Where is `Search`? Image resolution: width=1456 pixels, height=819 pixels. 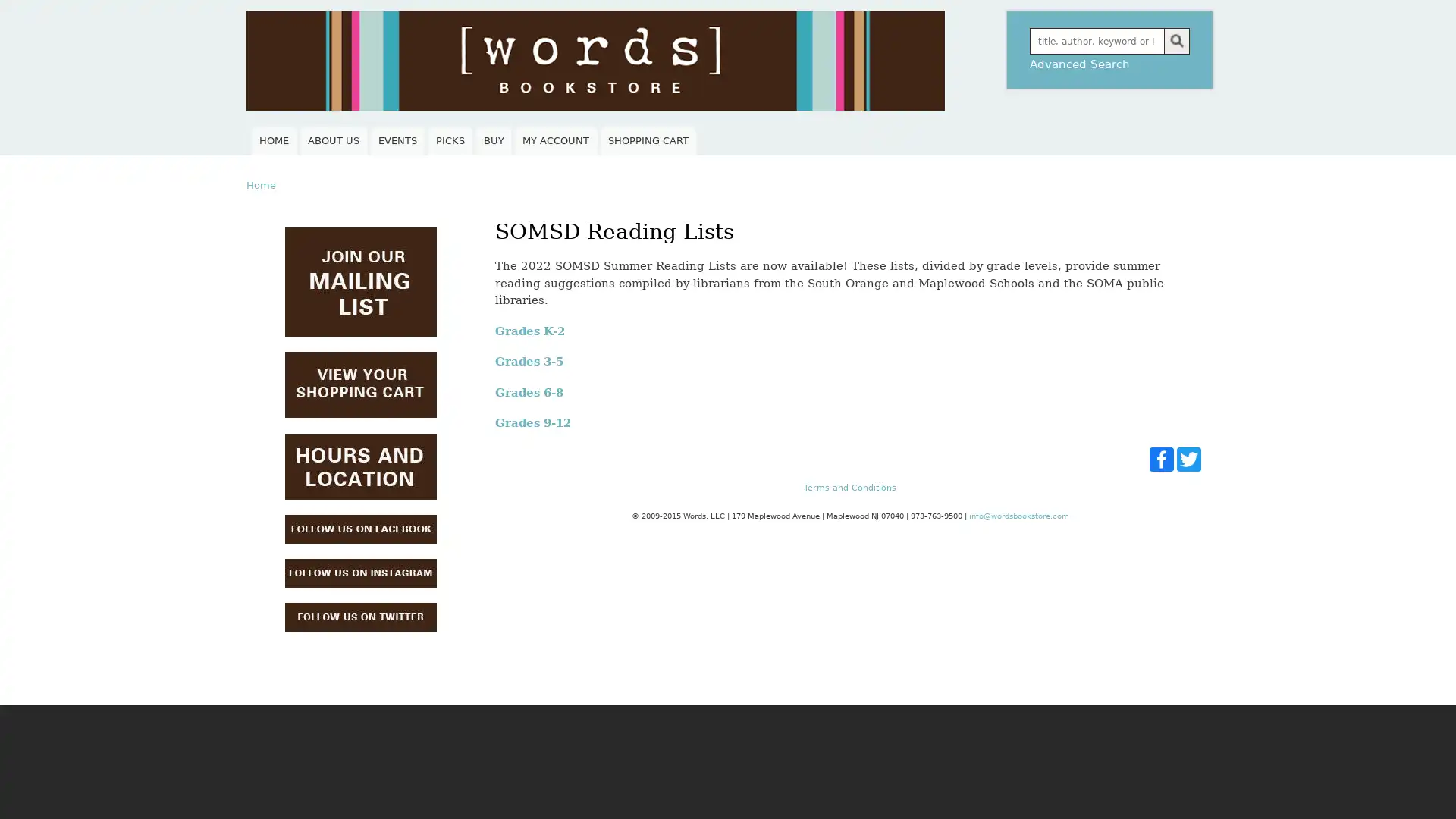 Search is located at coordinates (1175, 40).